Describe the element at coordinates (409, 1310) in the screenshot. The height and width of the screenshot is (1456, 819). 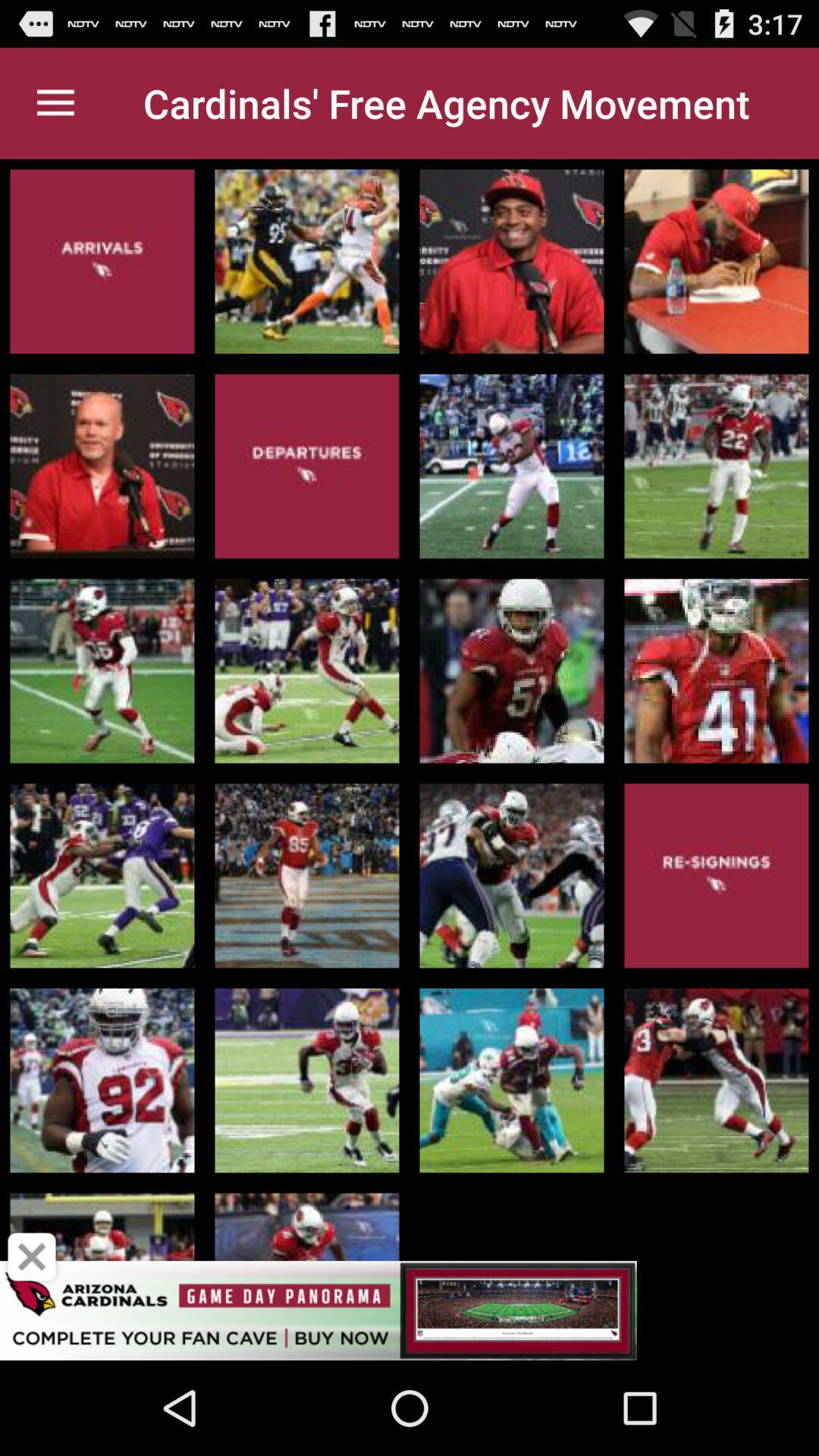
I see `open advertisement` at that location.